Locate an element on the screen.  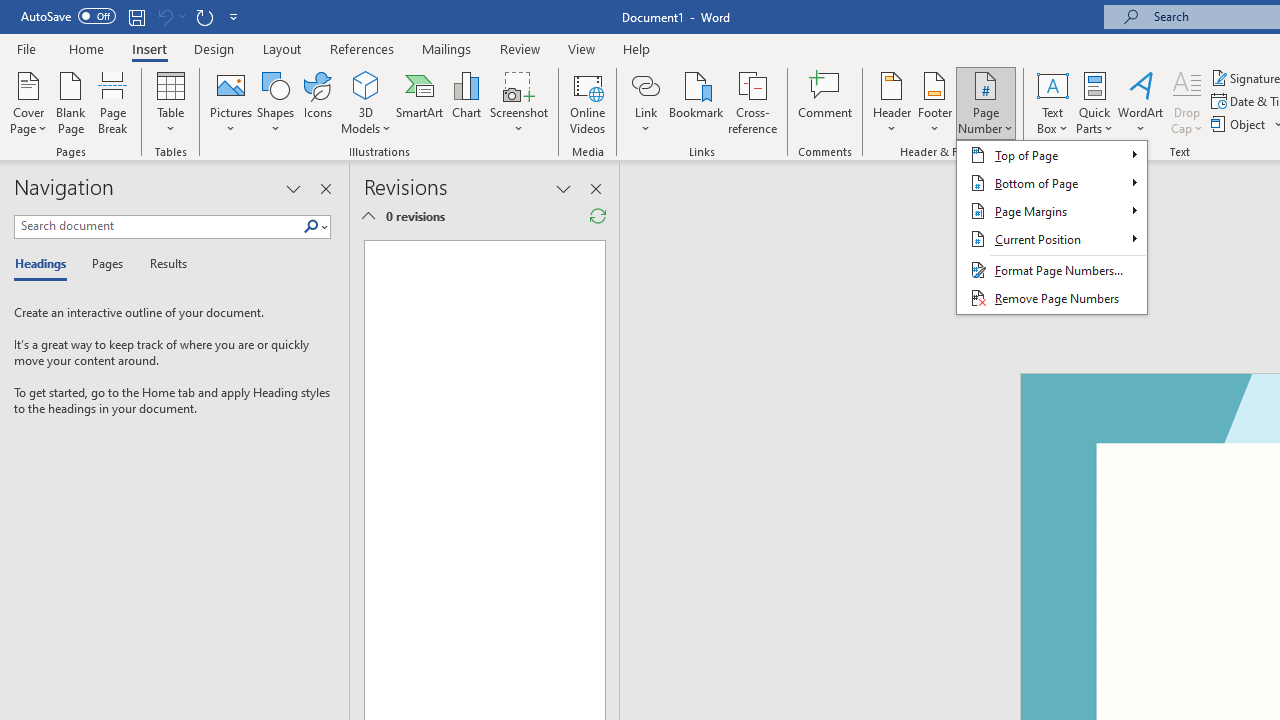
'Repeat Doc Close' is located at coordinates (204, 16).